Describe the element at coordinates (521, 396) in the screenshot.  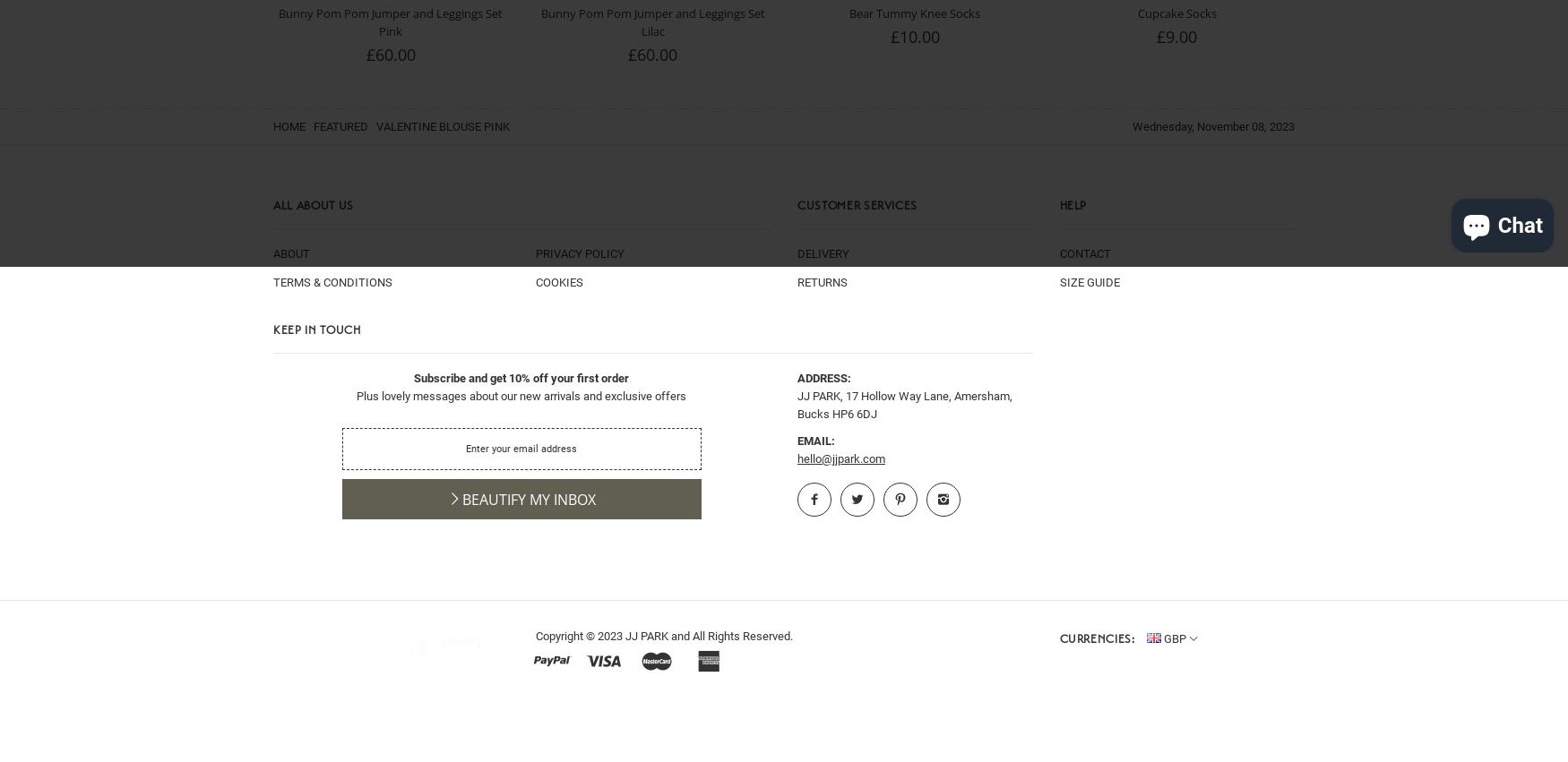
I see `'Plus lovely messages about our new arrivals and exclusive offers'` at that location.